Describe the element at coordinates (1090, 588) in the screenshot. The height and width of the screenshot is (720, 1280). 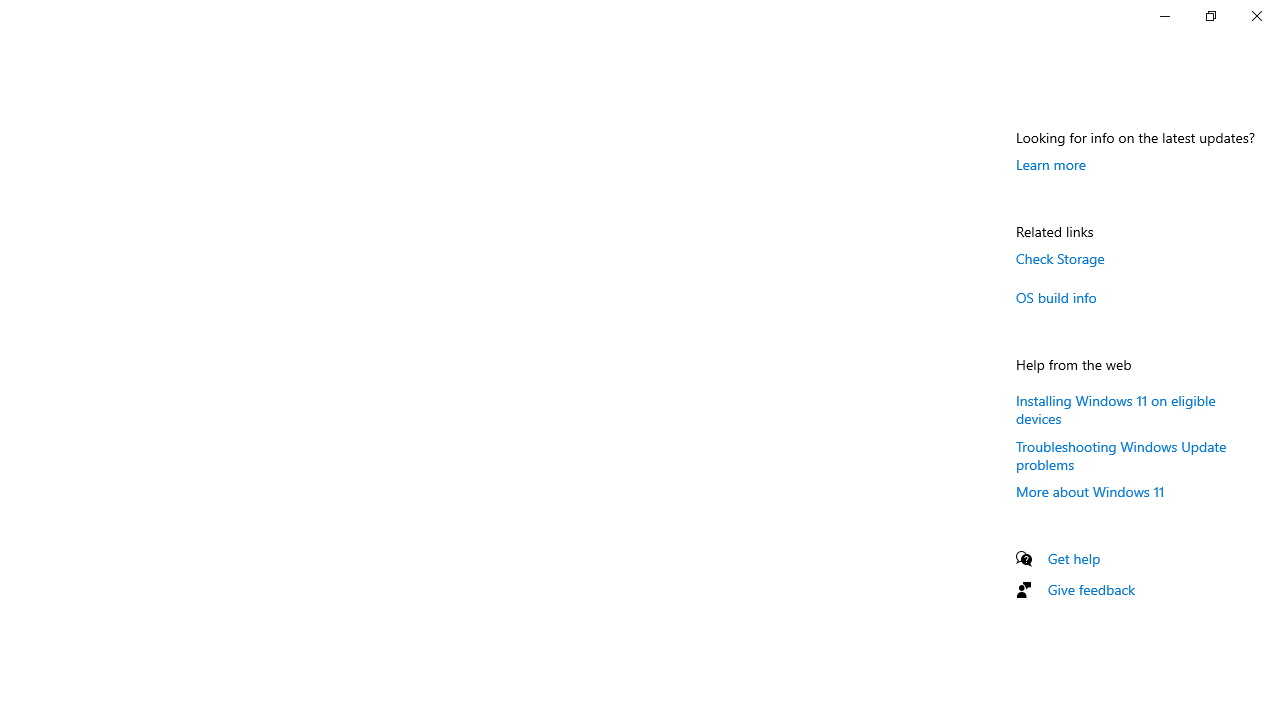
I see `'Give feedback'` at that location.